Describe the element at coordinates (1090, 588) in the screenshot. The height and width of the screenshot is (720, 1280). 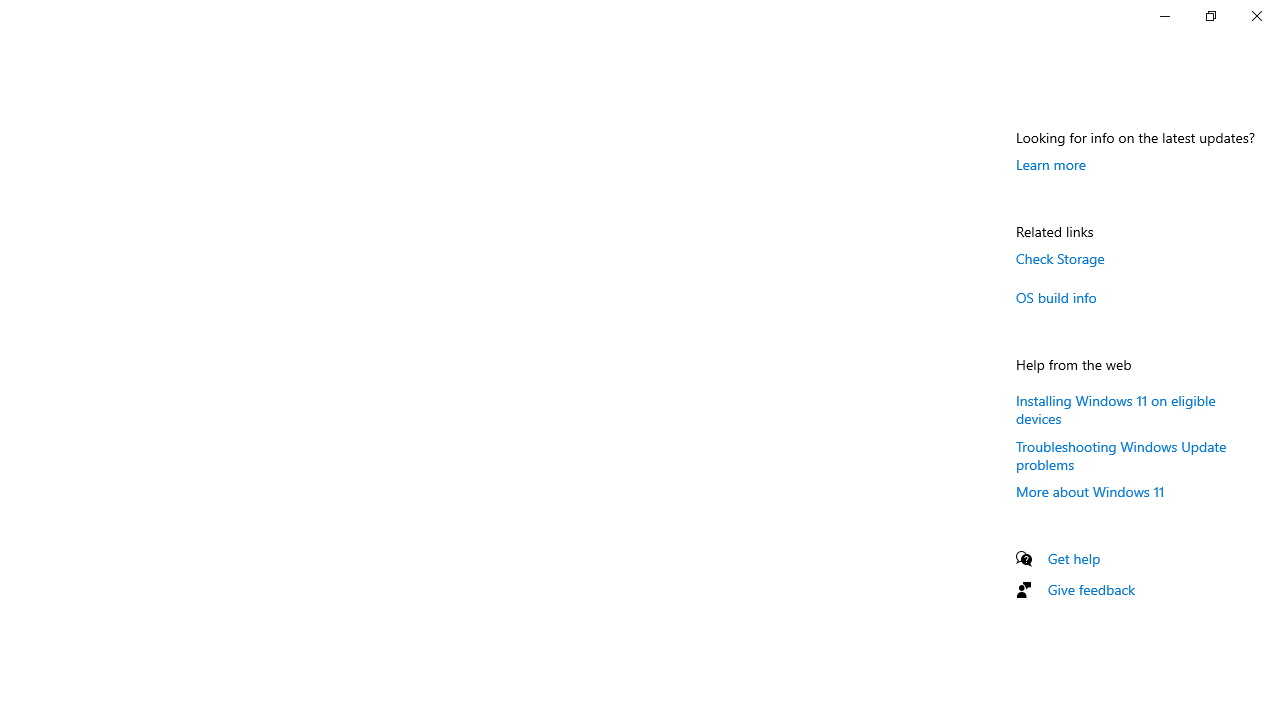
I see `'Give feedback'` at that location.